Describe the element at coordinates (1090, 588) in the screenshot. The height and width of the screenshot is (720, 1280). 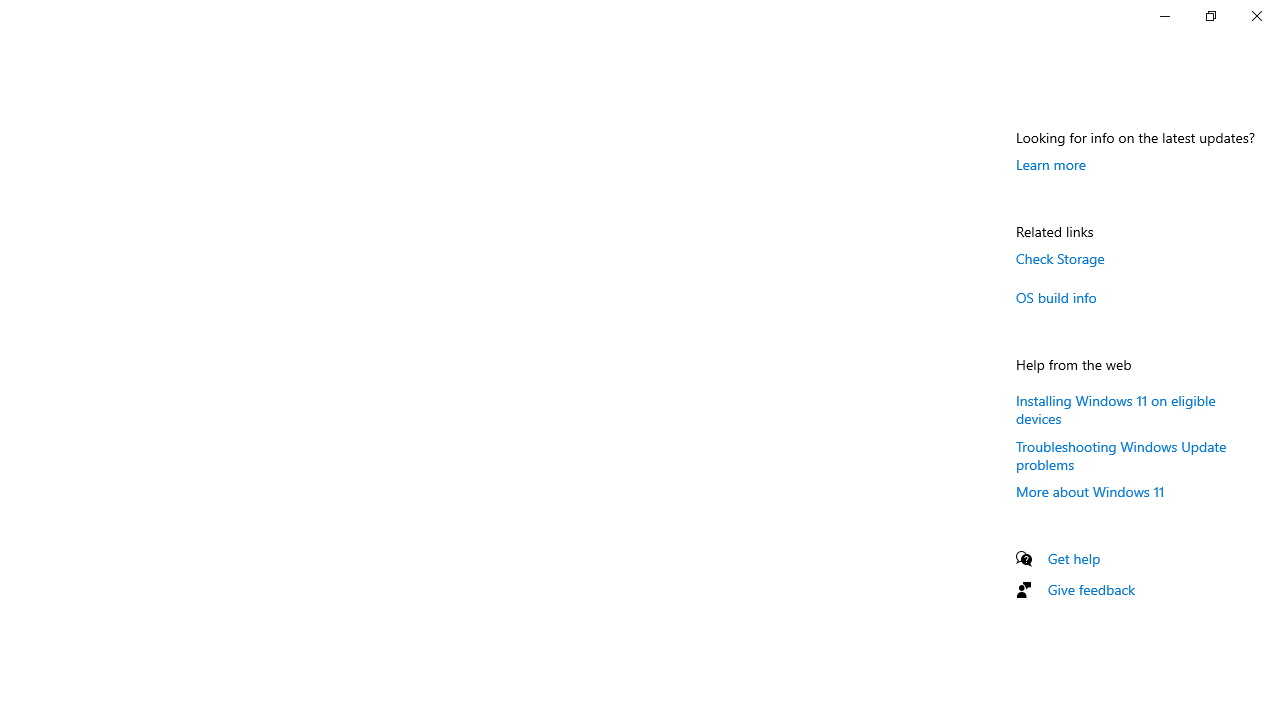
I see `'Give feedback'` at that location.